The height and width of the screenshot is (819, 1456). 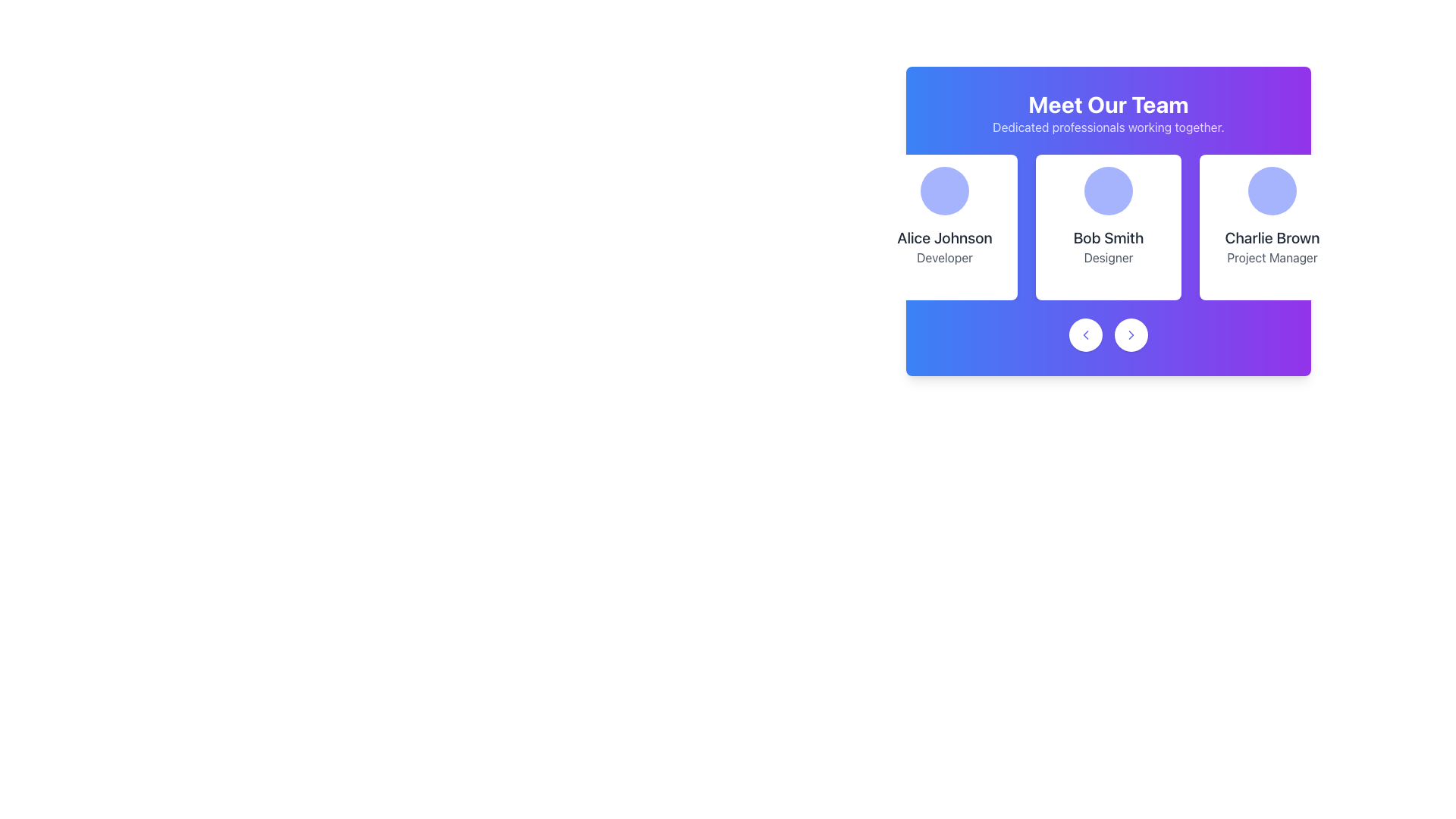 I want to click on the circular light indigo Visual avatar placeholder located at the top center of the profile card titled 'Charlie Brown', which displays the subtitle 'Project Manager', so click(x=1272, y=190).